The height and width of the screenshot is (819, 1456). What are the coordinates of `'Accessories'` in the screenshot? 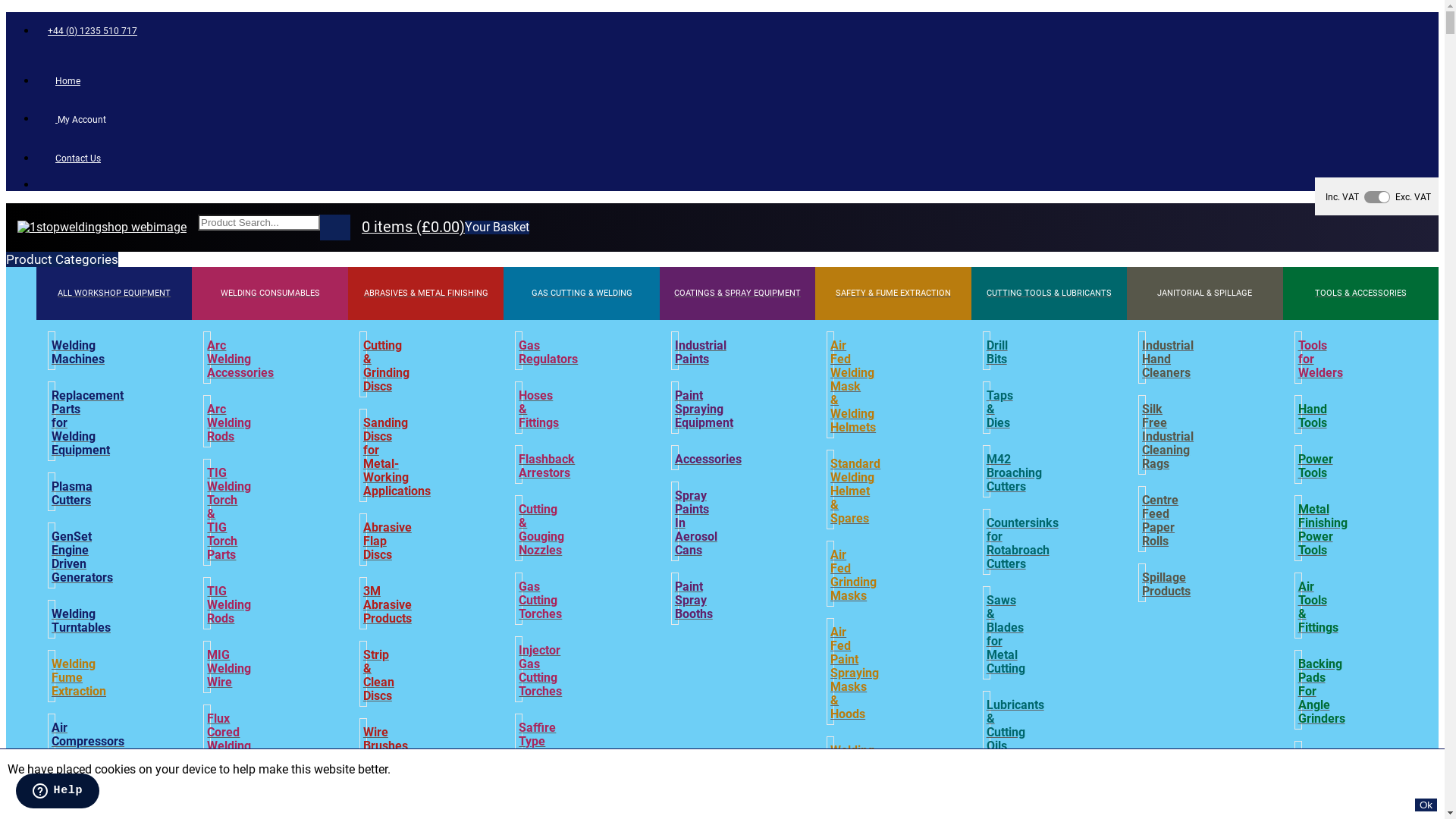 It's located at (708, 458).